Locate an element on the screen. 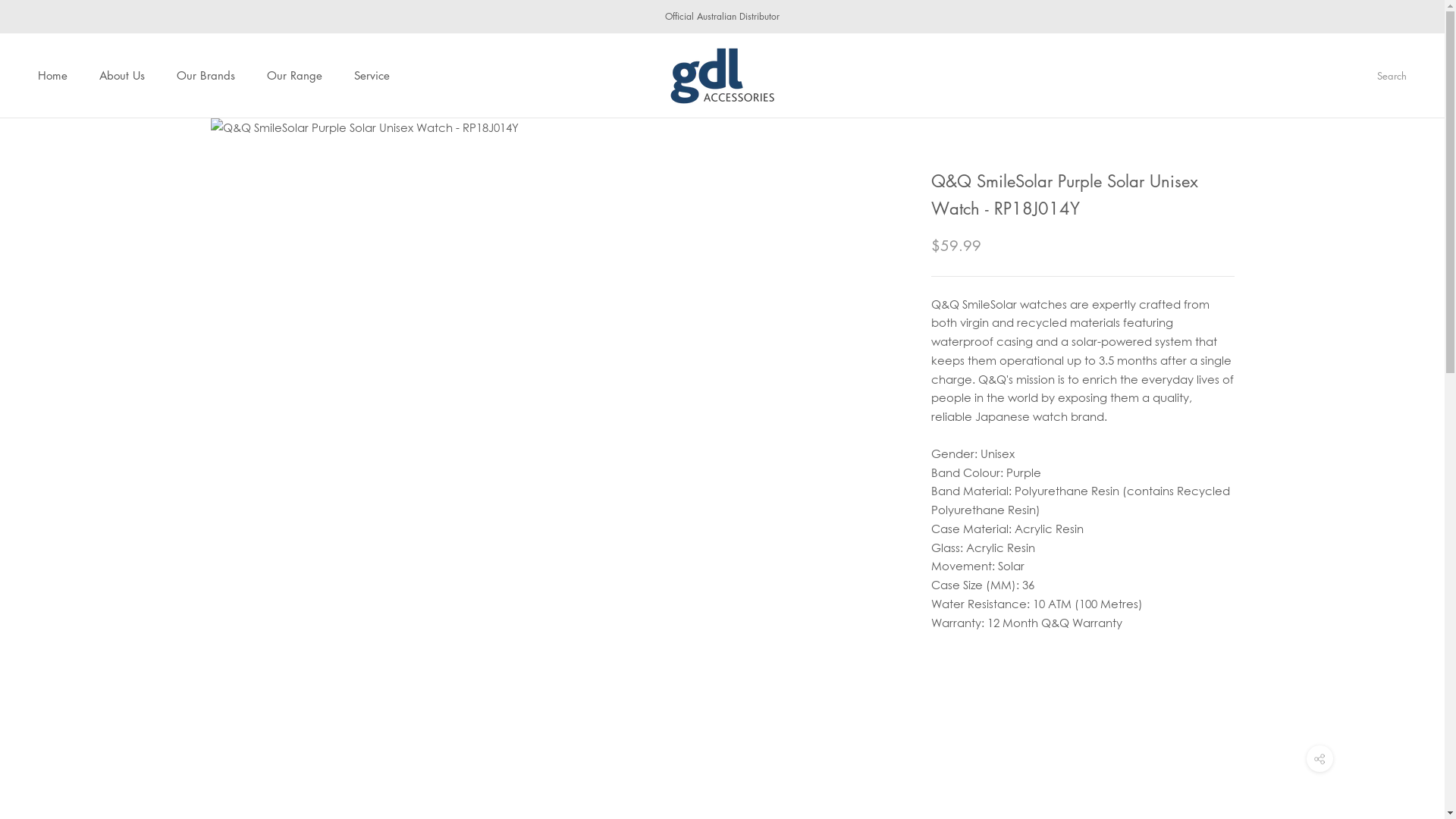 This screenshot has width=1456, height=819. 'Official Australian Distributor' is located at coordinates (665, 16).